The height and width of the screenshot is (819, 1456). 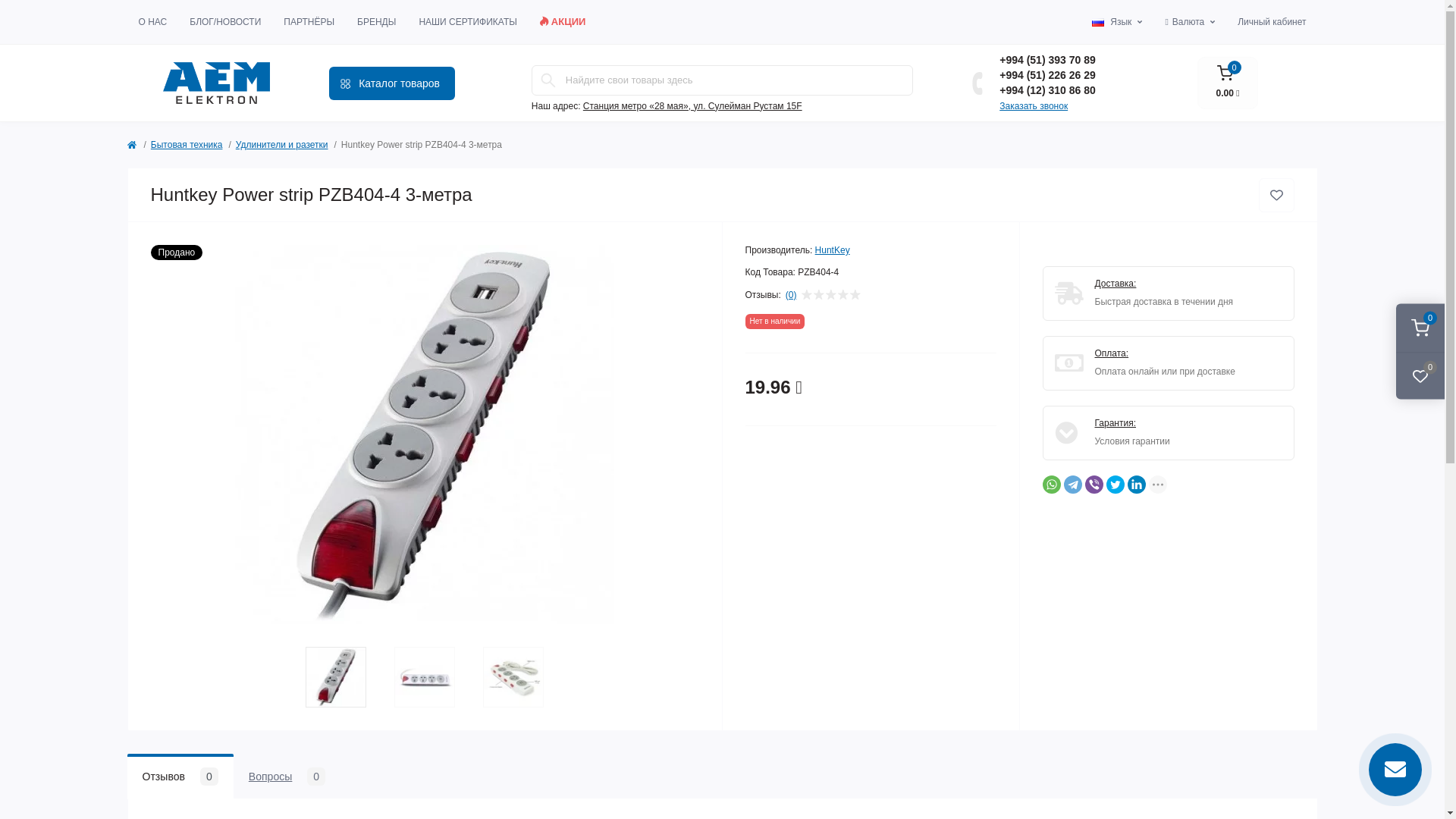 What do you see at coordinates (1419, 327) in the screenshot?
I see `'0'` at bounding box center [1419, 327].